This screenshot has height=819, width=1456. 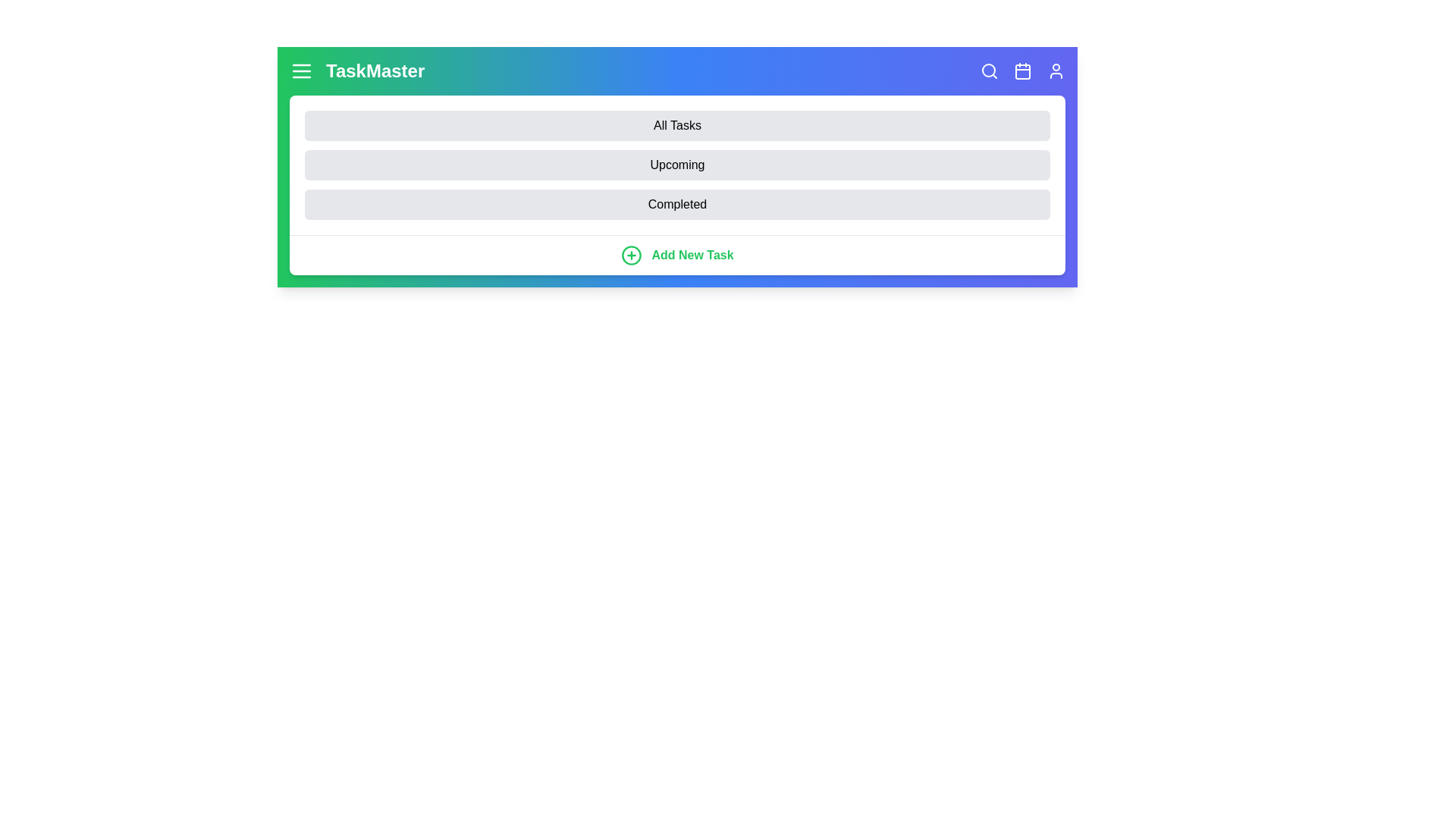 I want to click on the task category All Tasks to select it, so click(x=676, y=124).